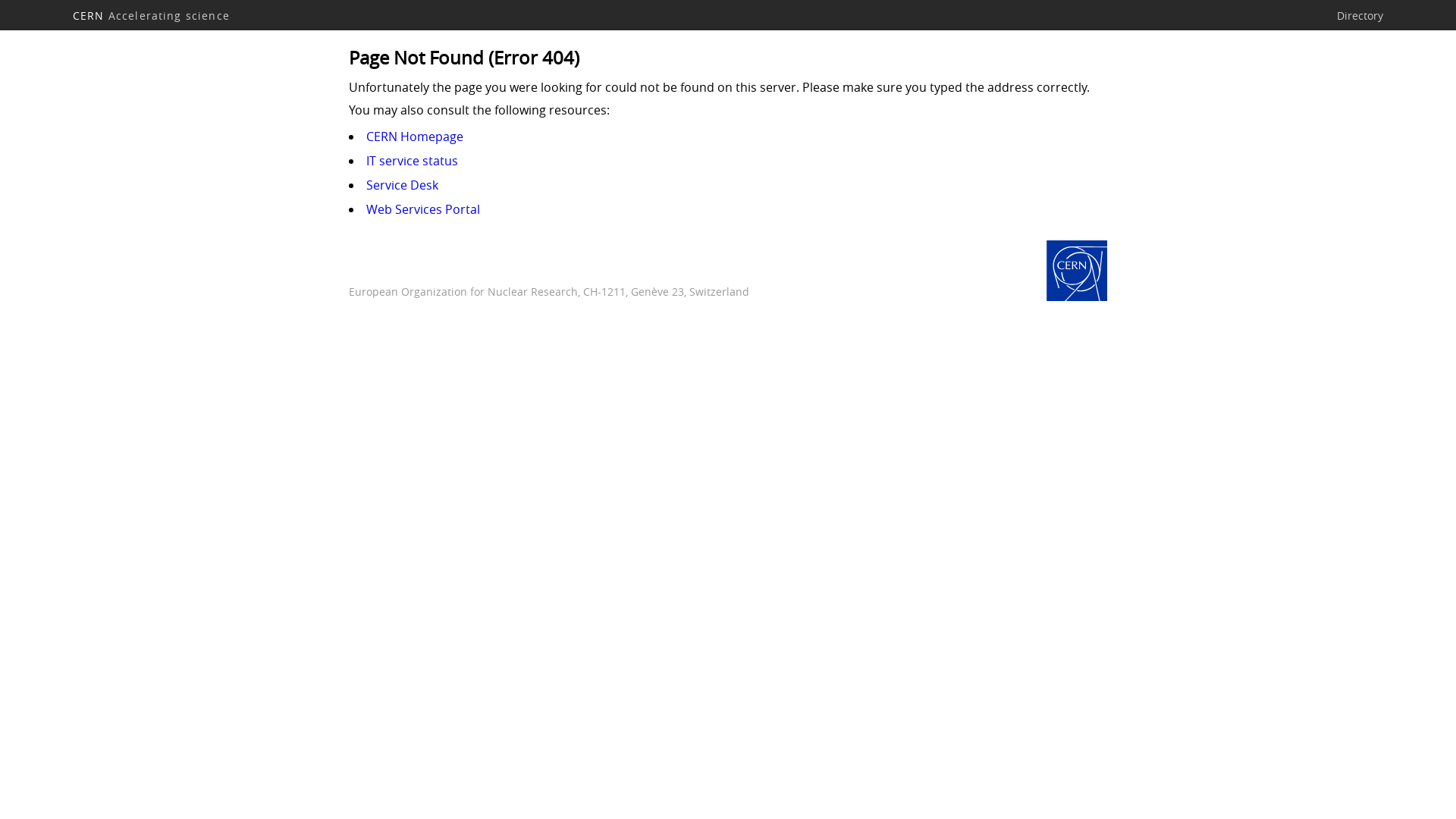 This screenshot has height=819, width=1456. I want to click on 'CERN Homepage', so click(366, 136).